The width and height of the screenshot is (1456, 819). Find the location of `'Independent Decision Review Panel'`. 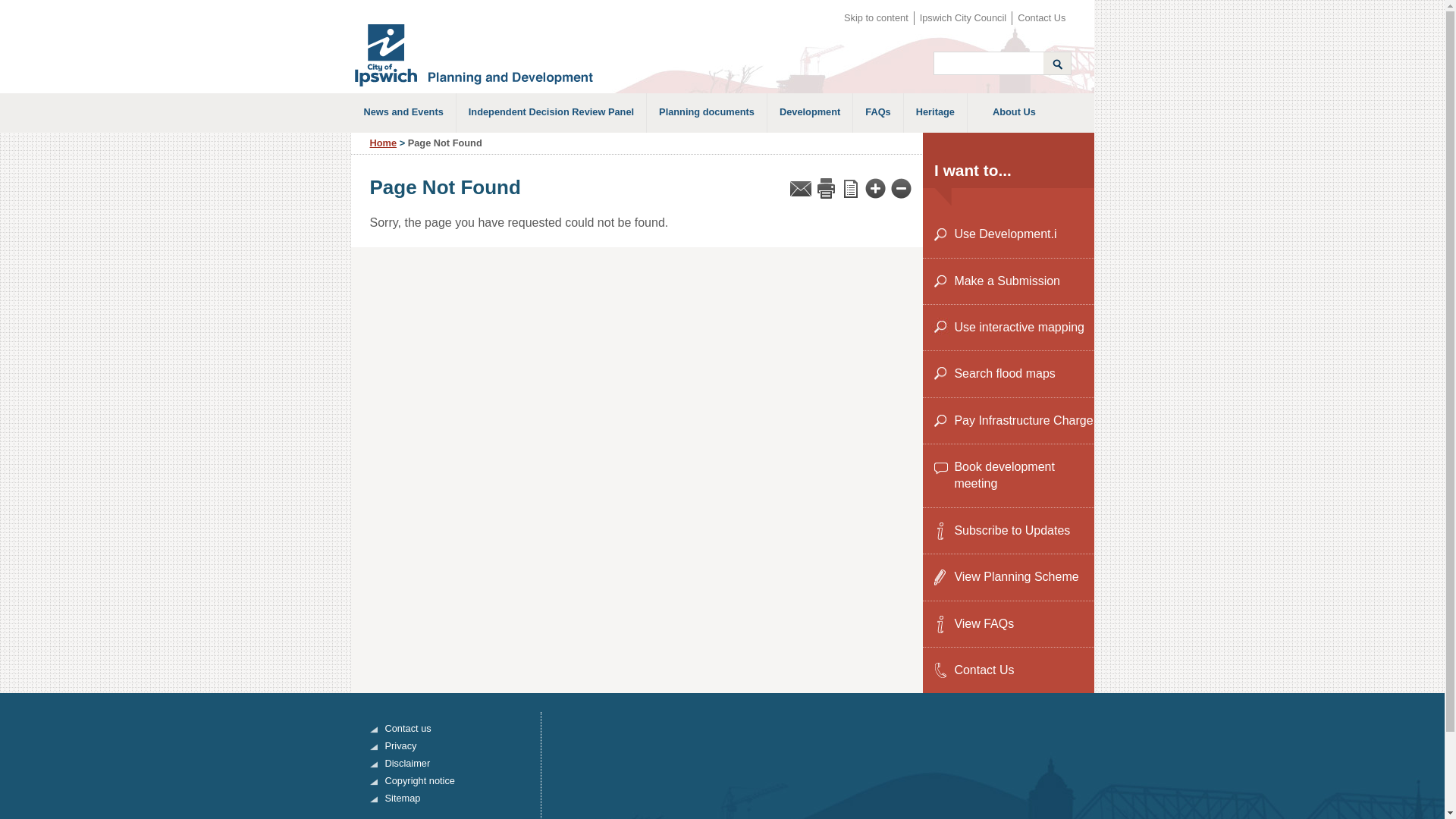

'Independent Decision Review Panel' is located at coordinates (550, 112).